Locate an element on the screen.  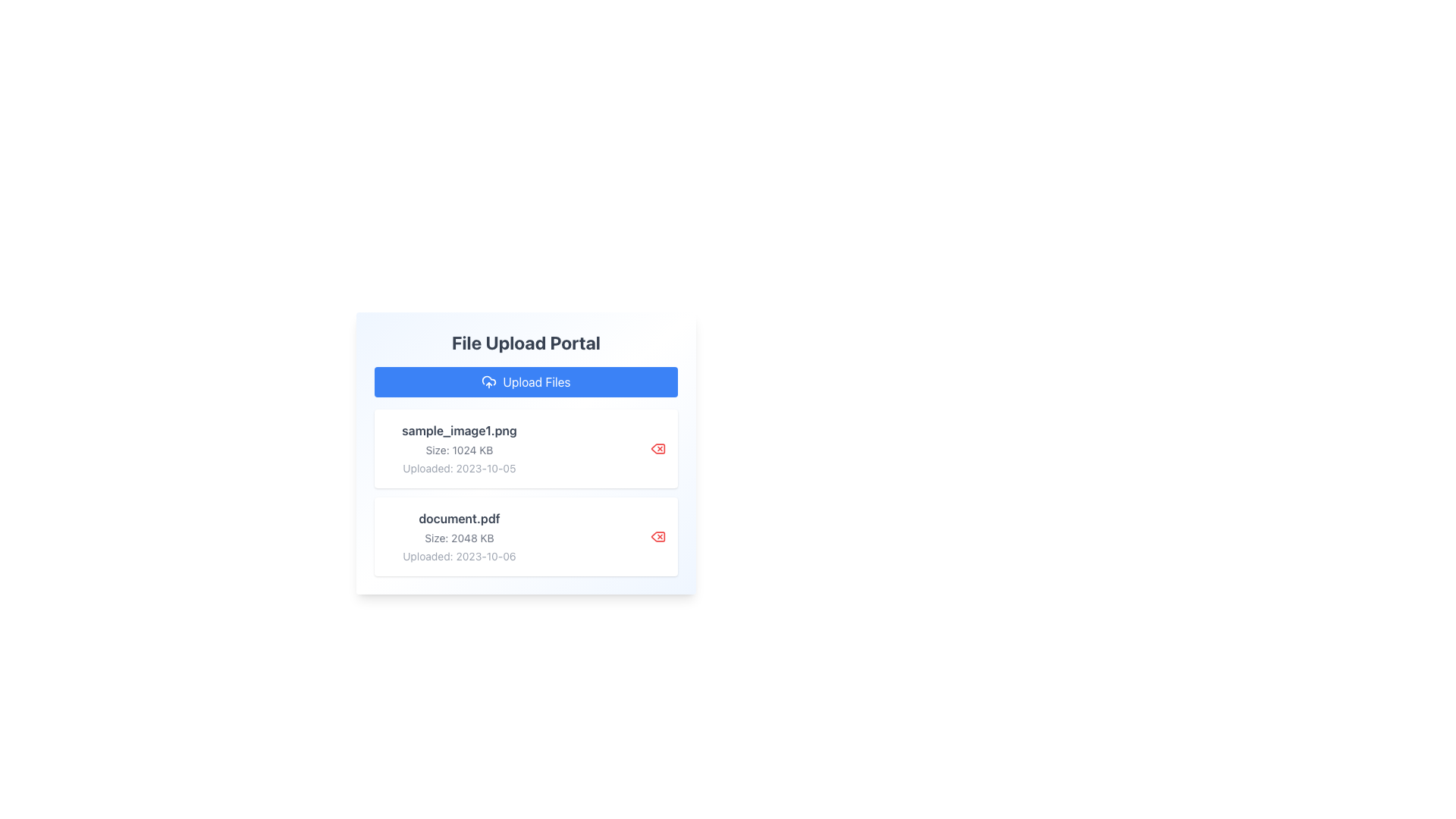
static text inside the file upload button located centrally at the top of the interface, which indicates that clicking this button will initiate a file upload process is located at coordinates (536, 381).